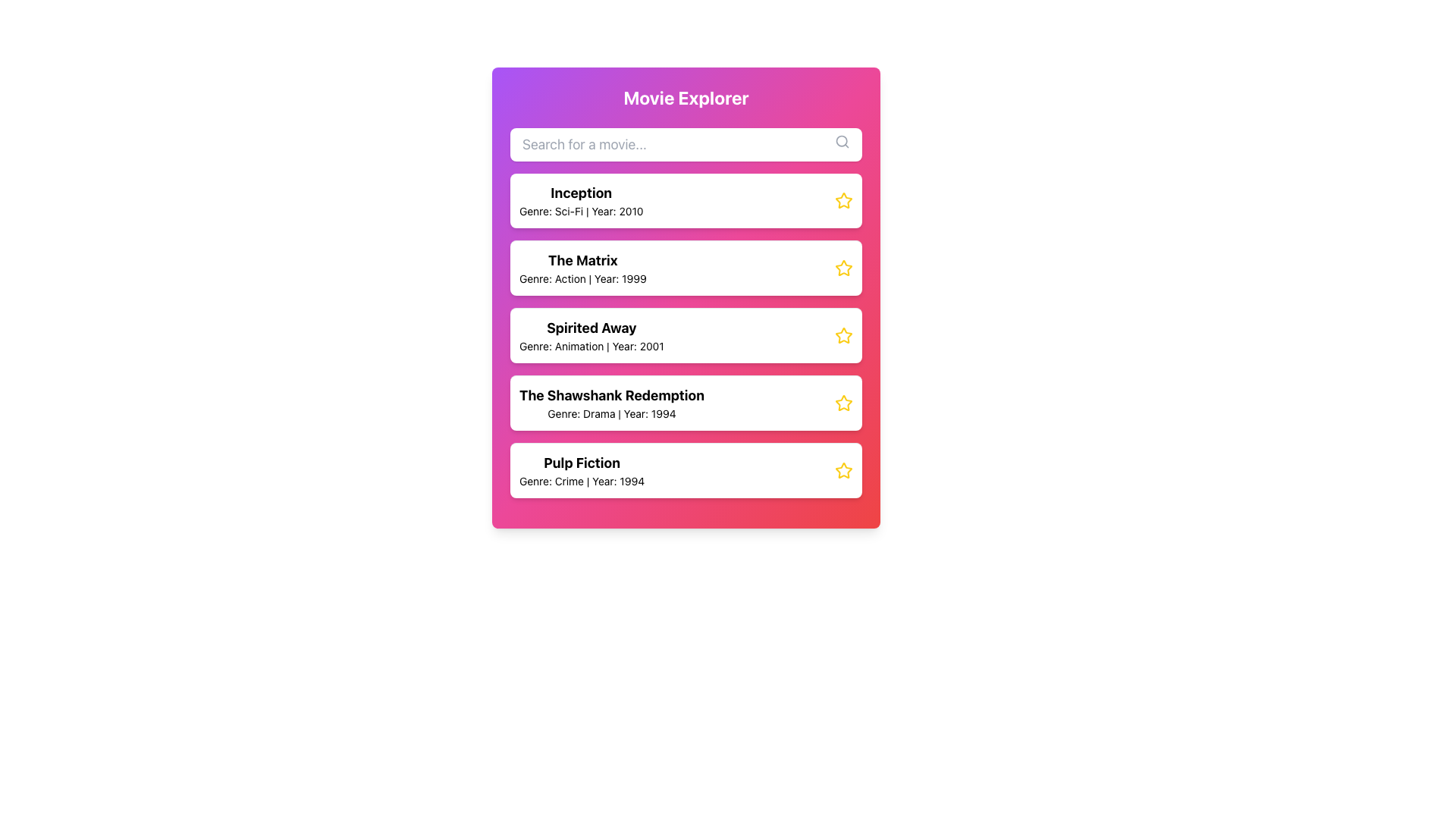 Image resolution: width=1456 pixels, height=819 pixels. Describe the element at coordinates (591, 346) in the screenshot. I see `the static text displaying 'Genre: Animation | Year: 2001', which is located directly below the title 'Spirited Away'` at that location.